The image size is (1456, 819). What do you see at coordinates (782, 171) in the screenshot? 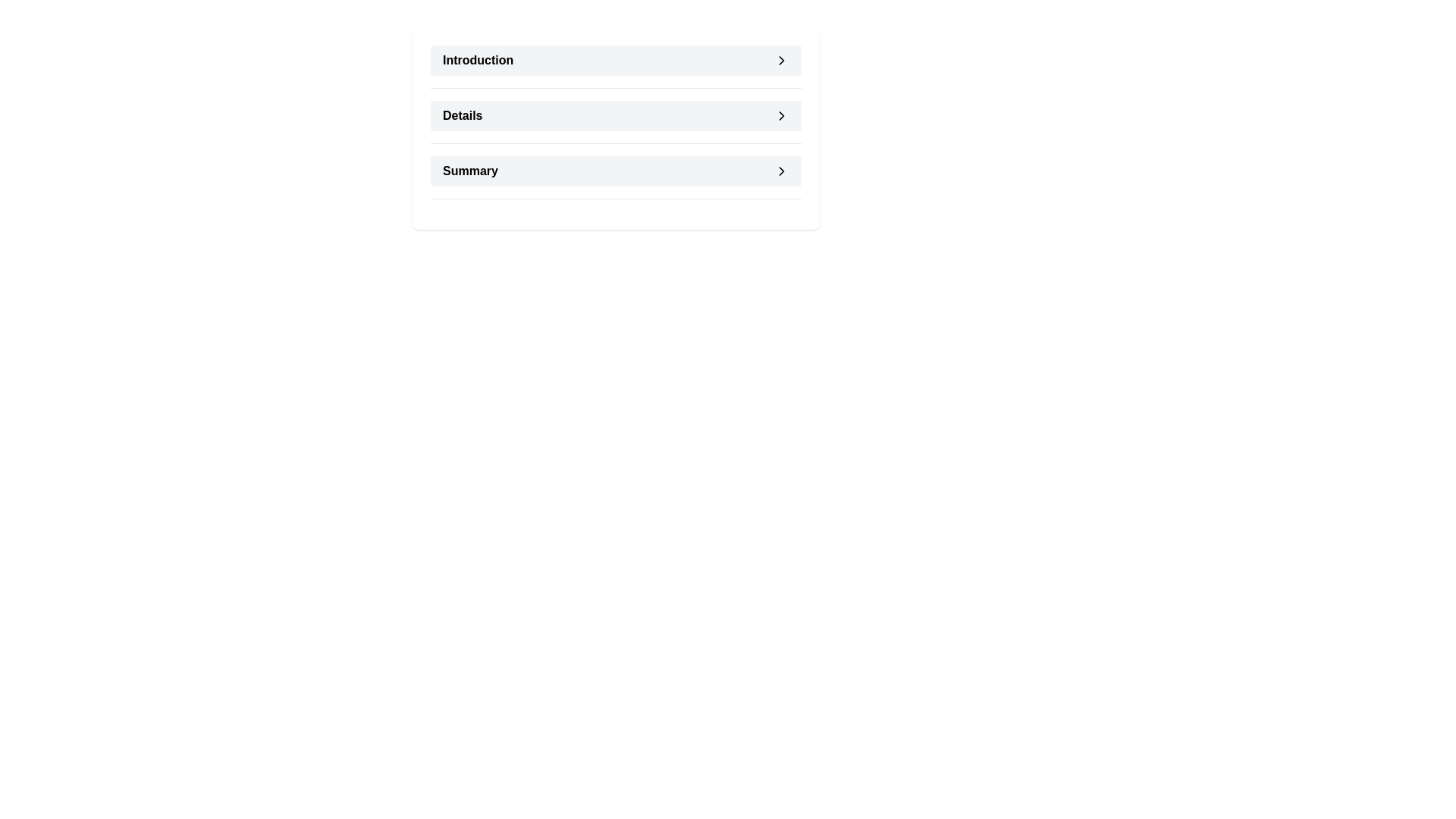
I see `the chevron icon located at the right side of the 'Summary' button` at bounding box center [782, 171].